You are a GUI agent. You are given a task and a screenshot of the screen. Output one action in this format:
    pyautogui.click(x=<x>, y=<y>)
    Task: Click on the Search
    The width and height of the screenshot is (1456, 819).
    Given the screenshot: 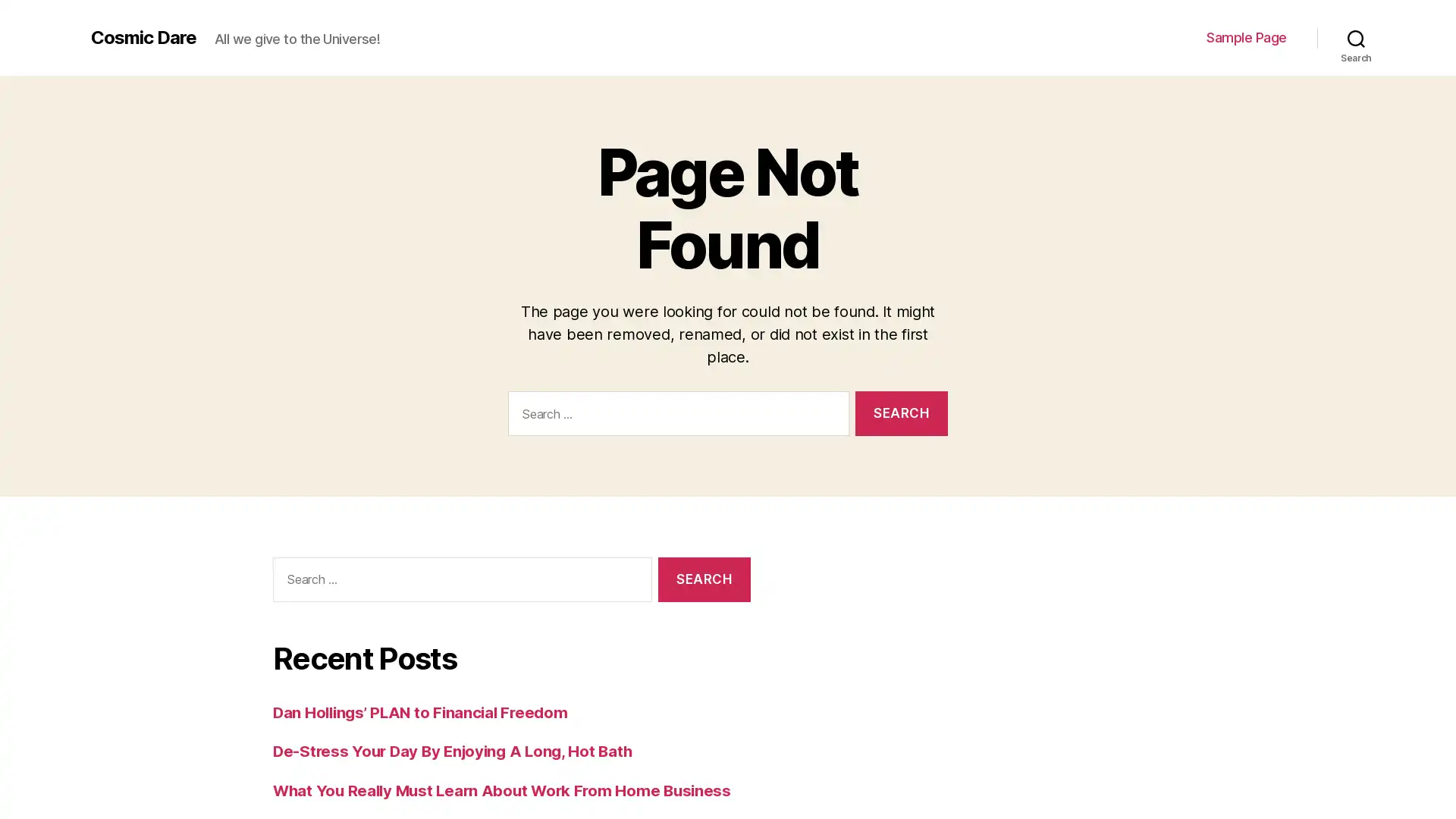 What is the action you would take?
    pyautogui.click(x=901, y=413)
    